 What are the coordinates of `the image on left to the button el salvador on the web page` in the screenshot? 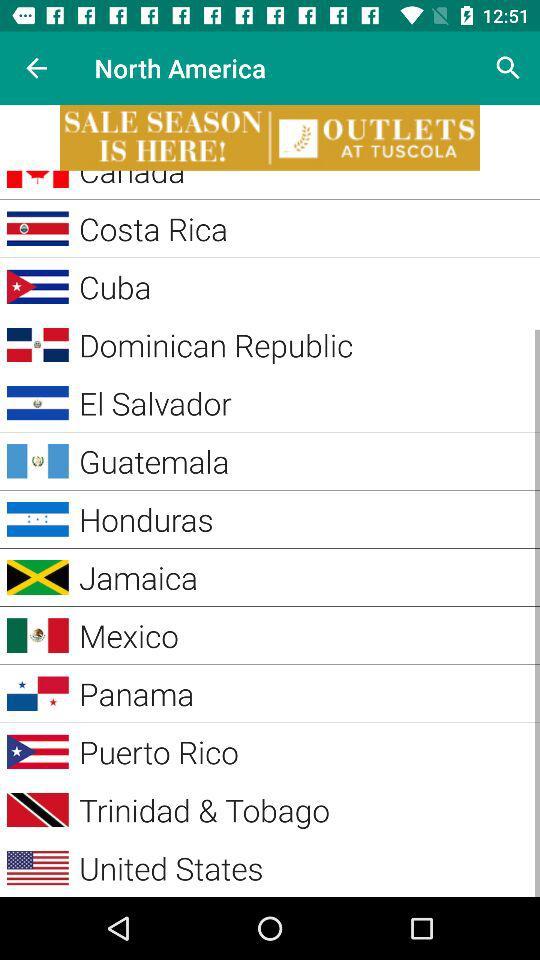 It's located at (38, 402).